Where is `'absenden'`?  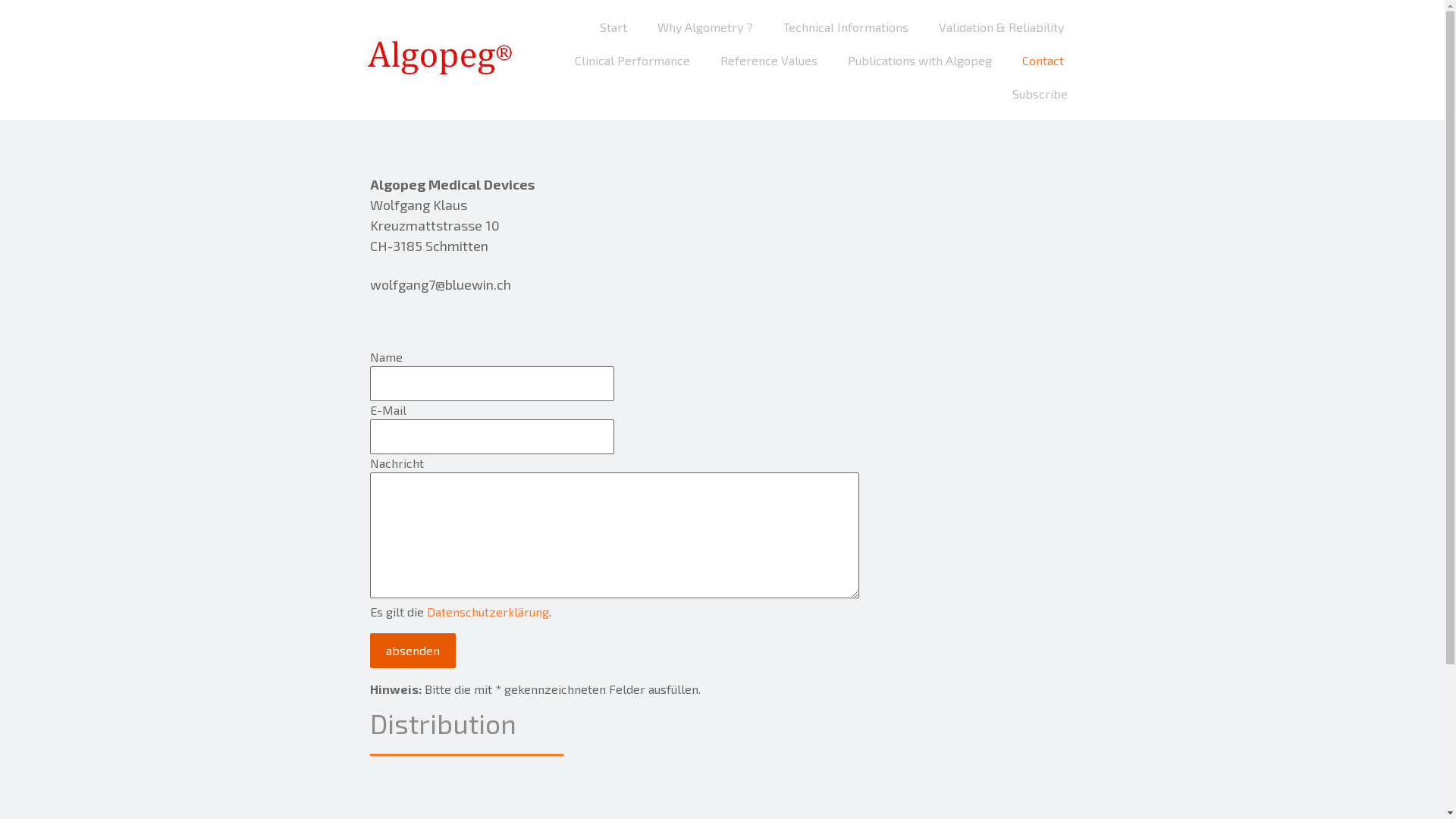
'absenden' is located at coordinates (413, 649).